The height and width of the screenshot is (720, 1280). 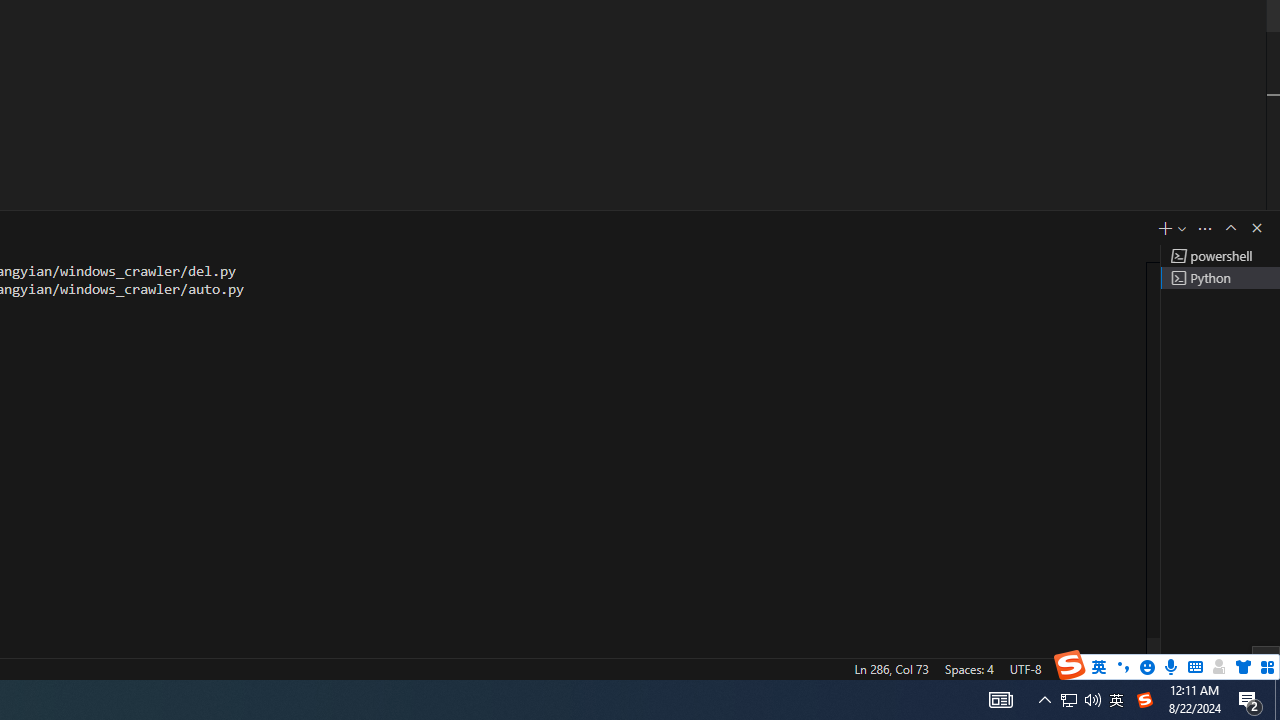 What do you see at coordinates (968, 668) in the screenshot?
I see `'Spaces: 4'` at bounding box center [968, 668].